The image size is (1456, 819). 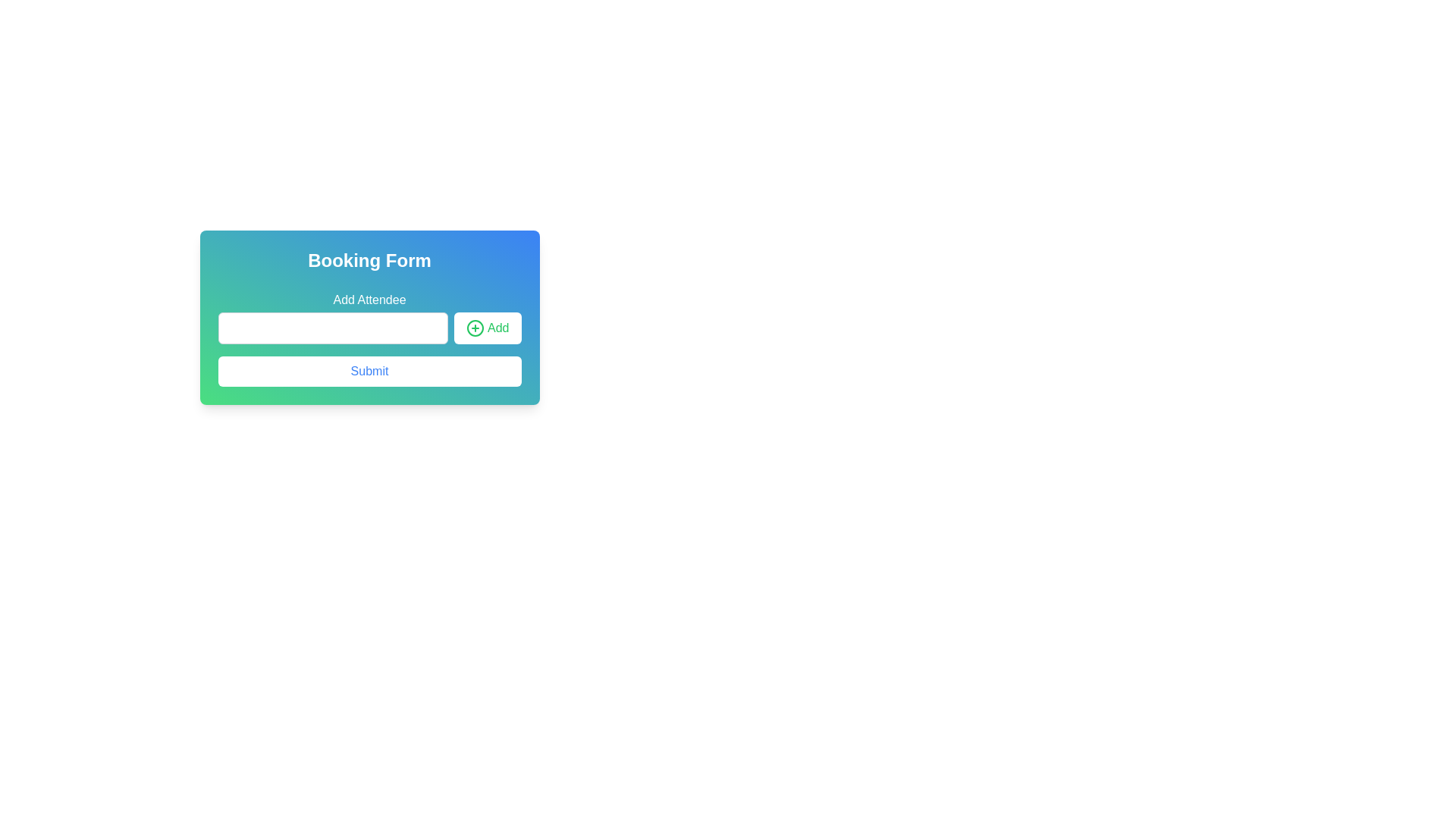 I want to click on the text input field located to the left of the green 'Add' button in the middle section of the form, so click(x=332, y=327).